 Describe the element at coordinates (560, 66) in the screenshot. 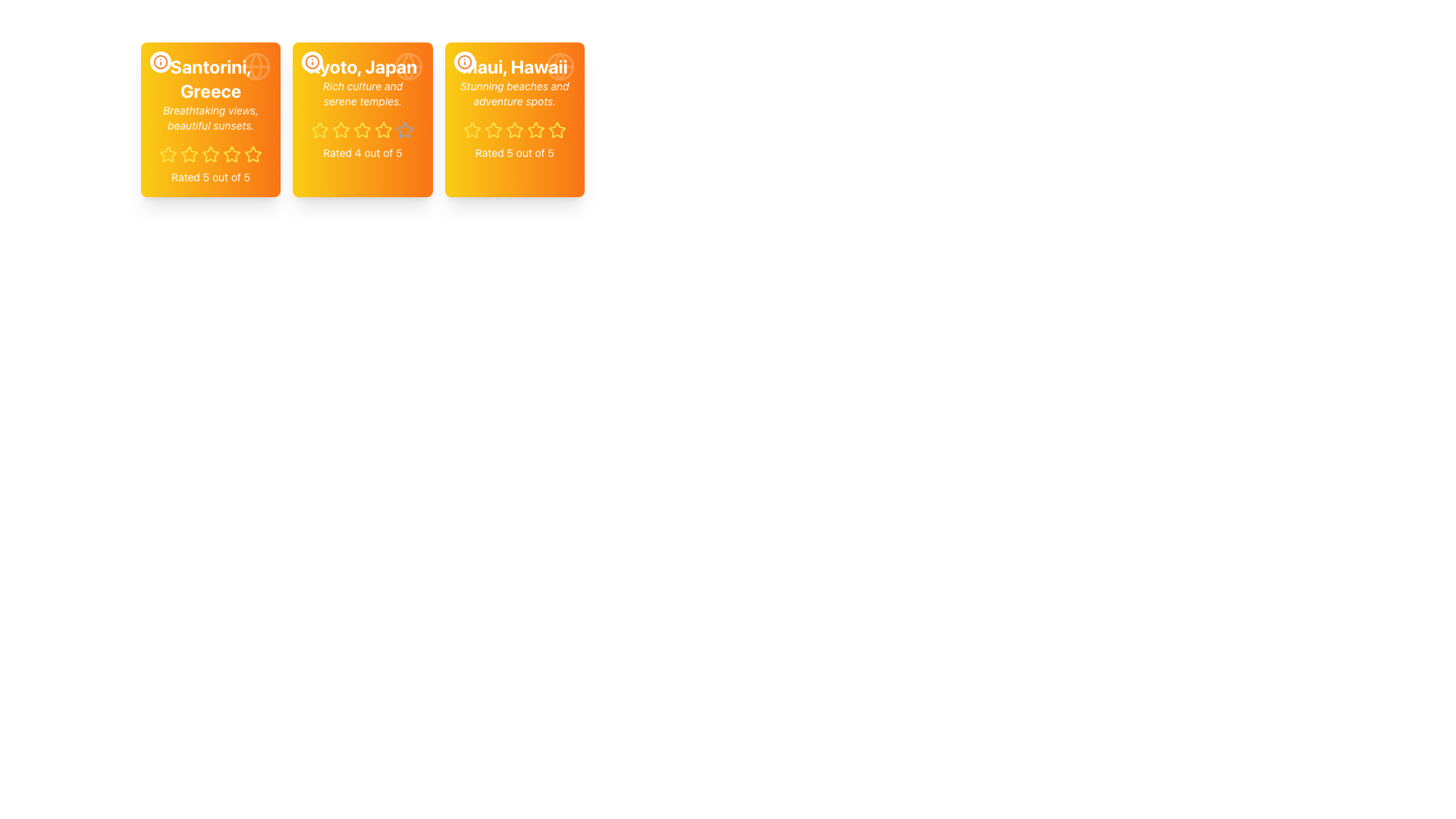

I see `the decorative travel-themed icon (SVG) located in the top-right corner of the 'Maui, Hawaii' card` at that location.